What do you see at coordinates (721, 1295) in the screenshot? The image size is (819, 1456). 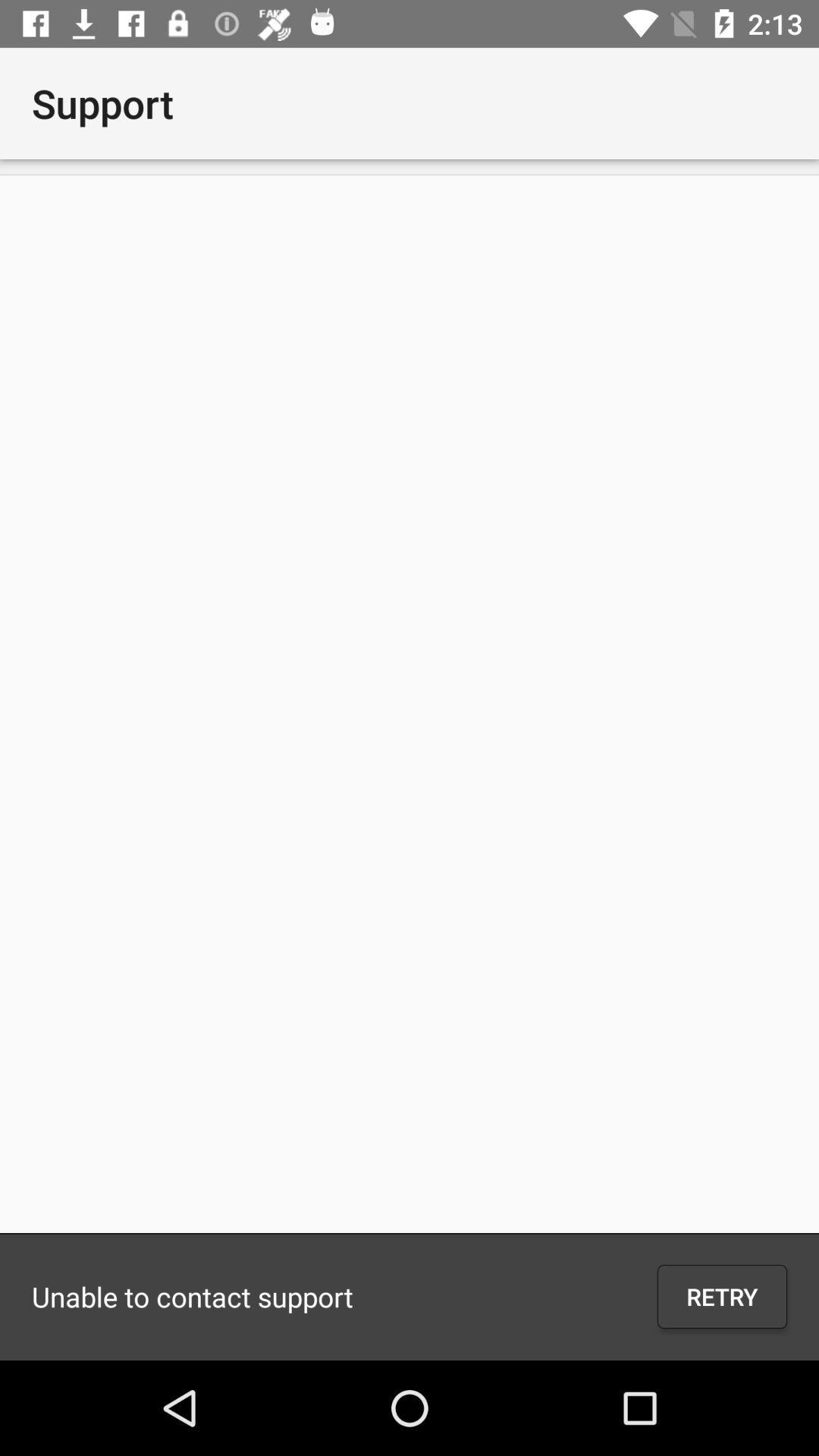 I see `icon next to unable to contact item` at bounding box center [721, 1295].